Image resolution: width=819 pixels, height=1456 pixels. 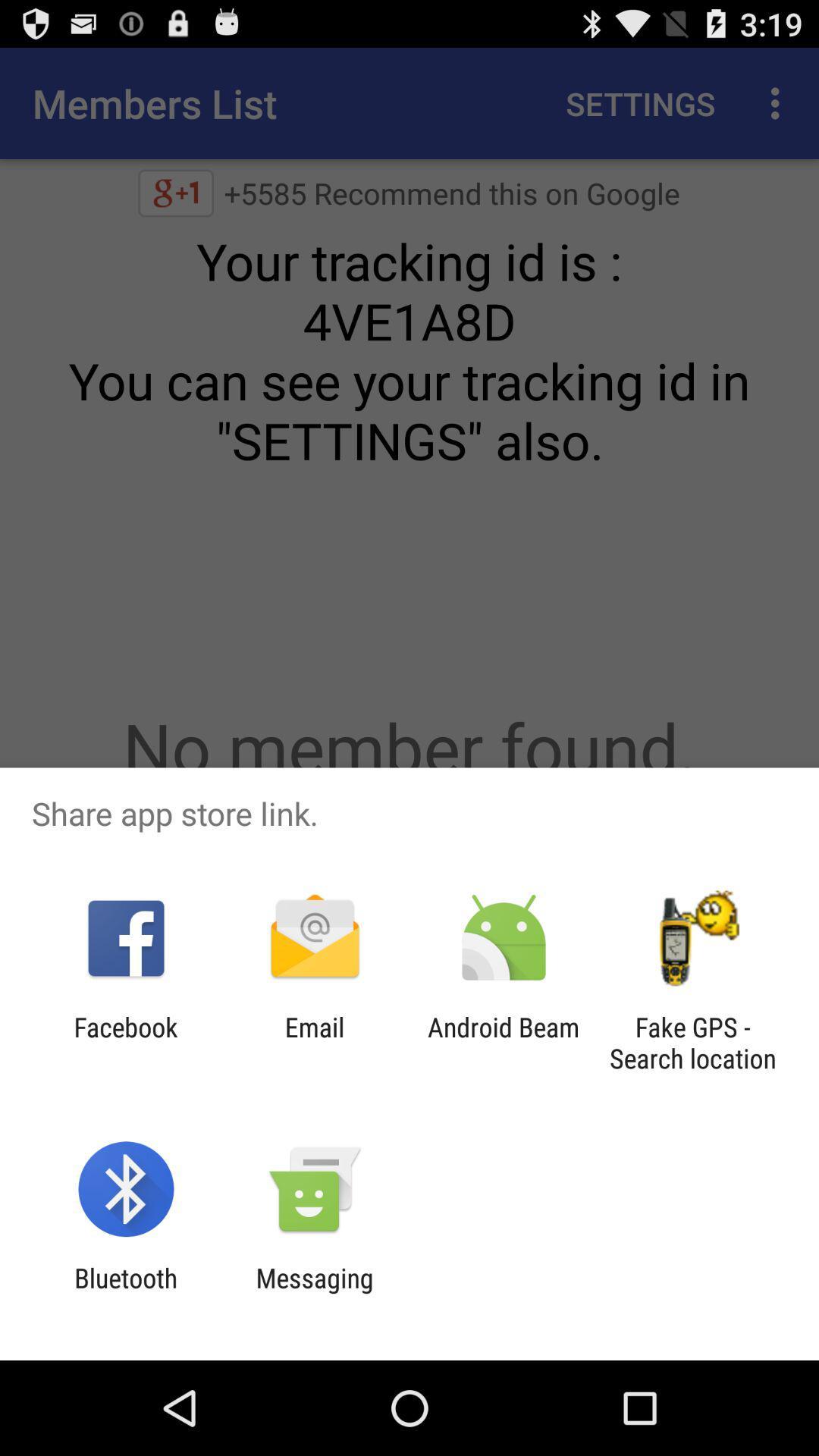 What do you see at coordinates (314, 1042) in the screenshot?
I see `the app to the left of the android beam` at bounding box center [314, 1042].